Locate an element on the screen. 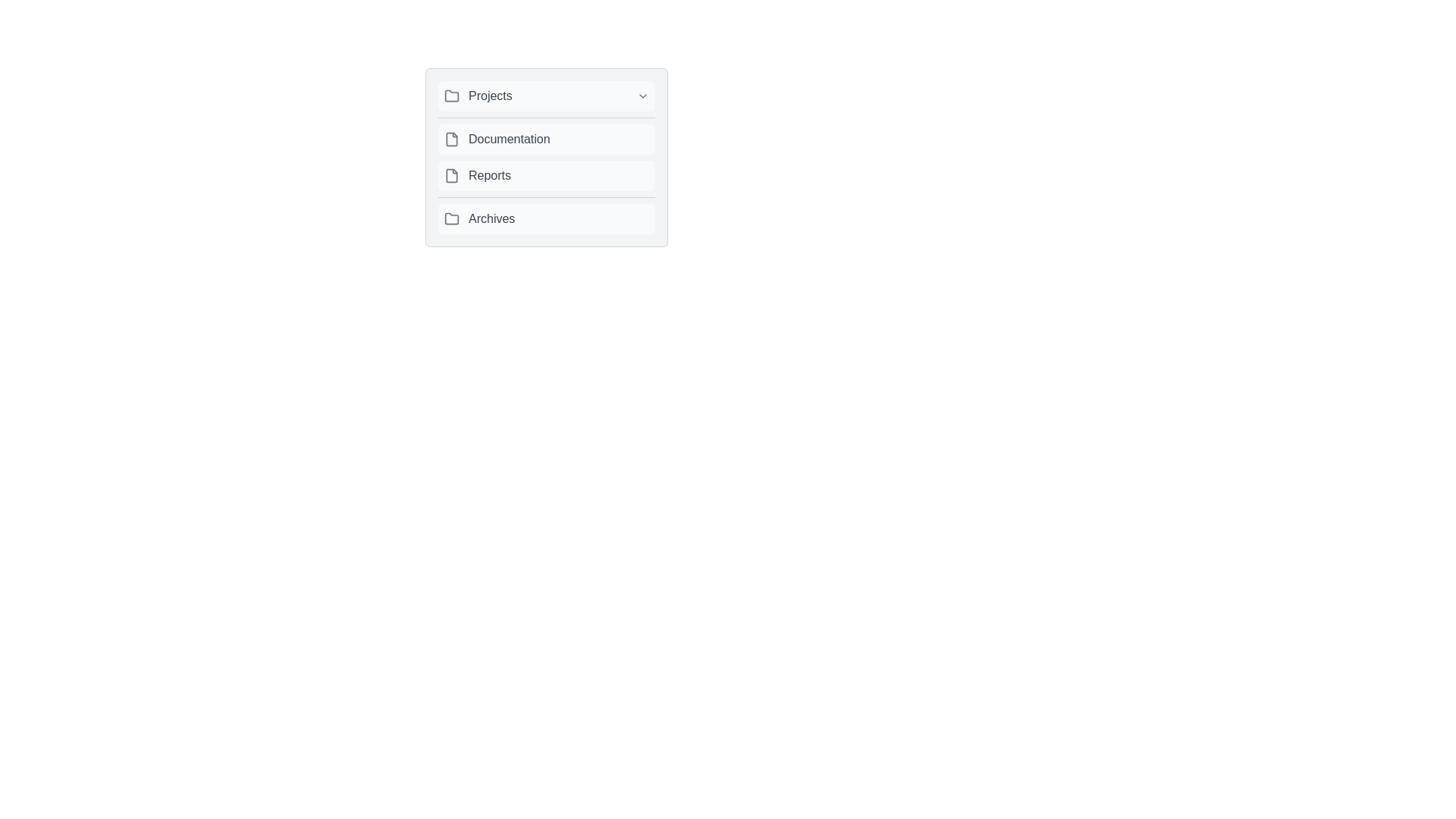  text from the 'Documentation' text label, which is styled with medium-weight font and gray color, located between 'Projects' and 'Reports' in the vertical menu list is located at coordinates (509, 140).